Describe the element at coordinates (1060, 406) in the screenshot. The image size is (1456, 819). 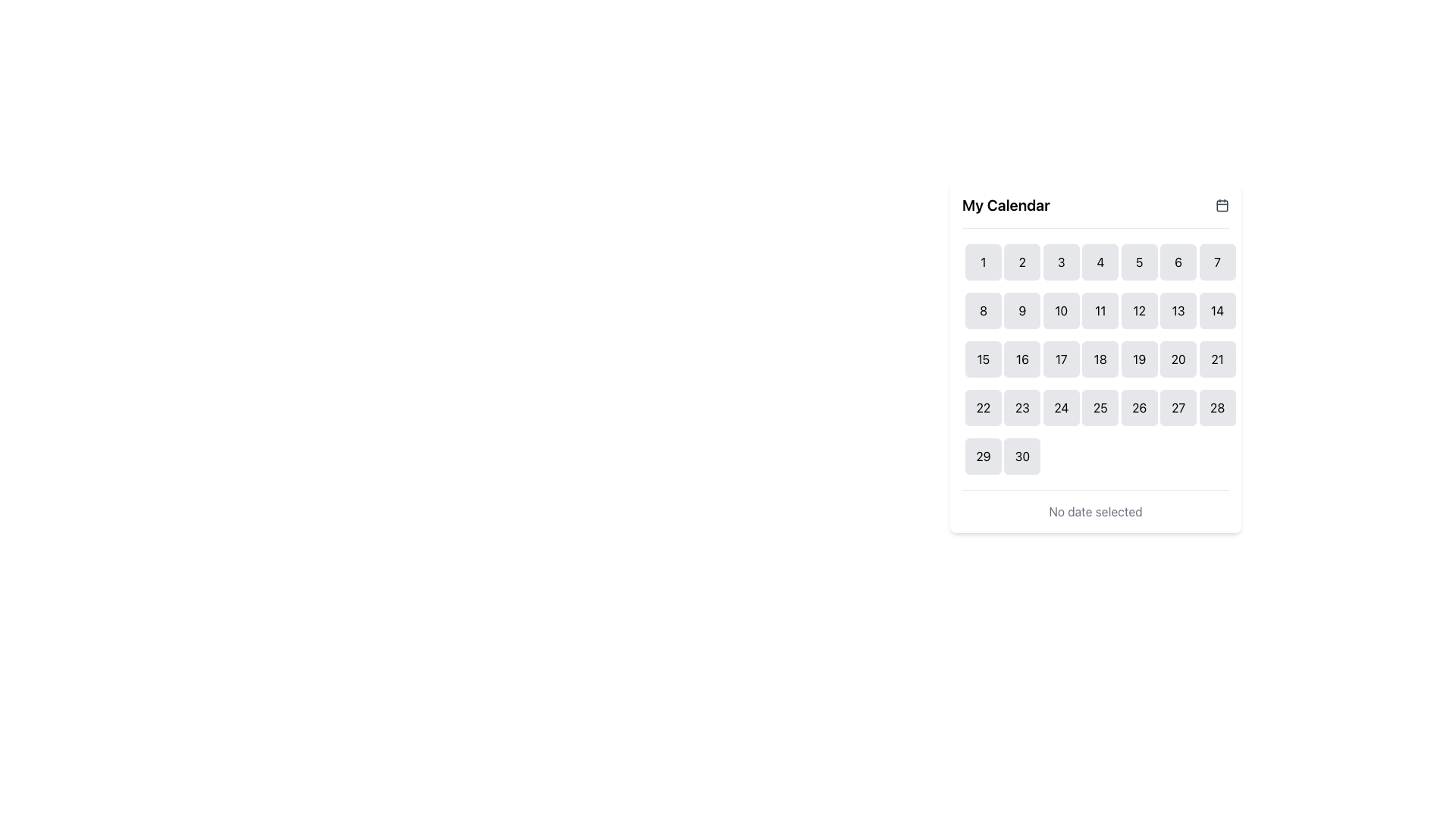
I see `the square button with a light gray background and the number '24' in black text, located in the fourth column of the fourth row in the calendar grid layout` at that location.